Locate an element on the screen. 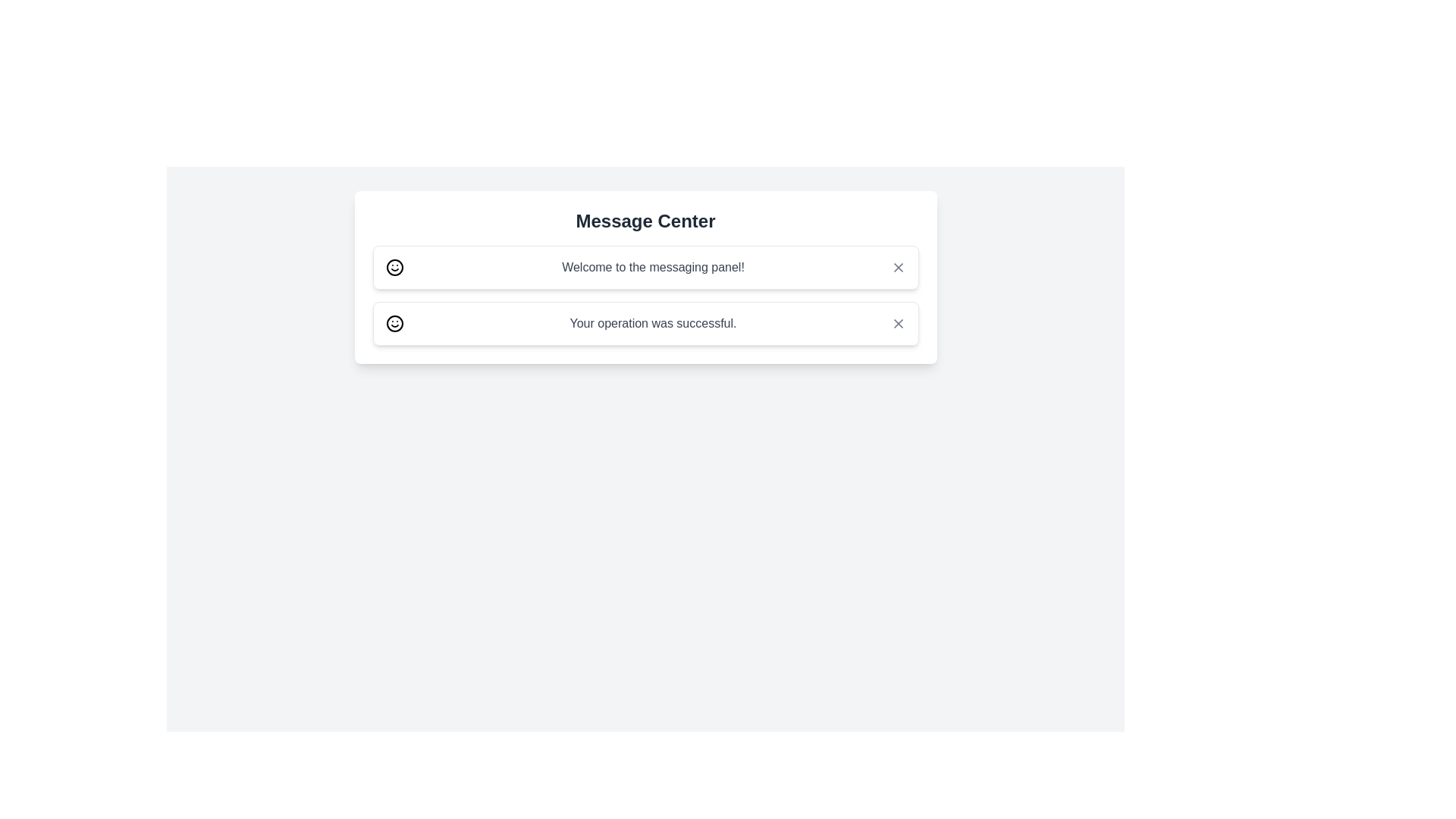  the main circular boundary of the smiley face icon located in the notification message area next to the text 'Your operation was successful.' is located at coordinates (394, 323).